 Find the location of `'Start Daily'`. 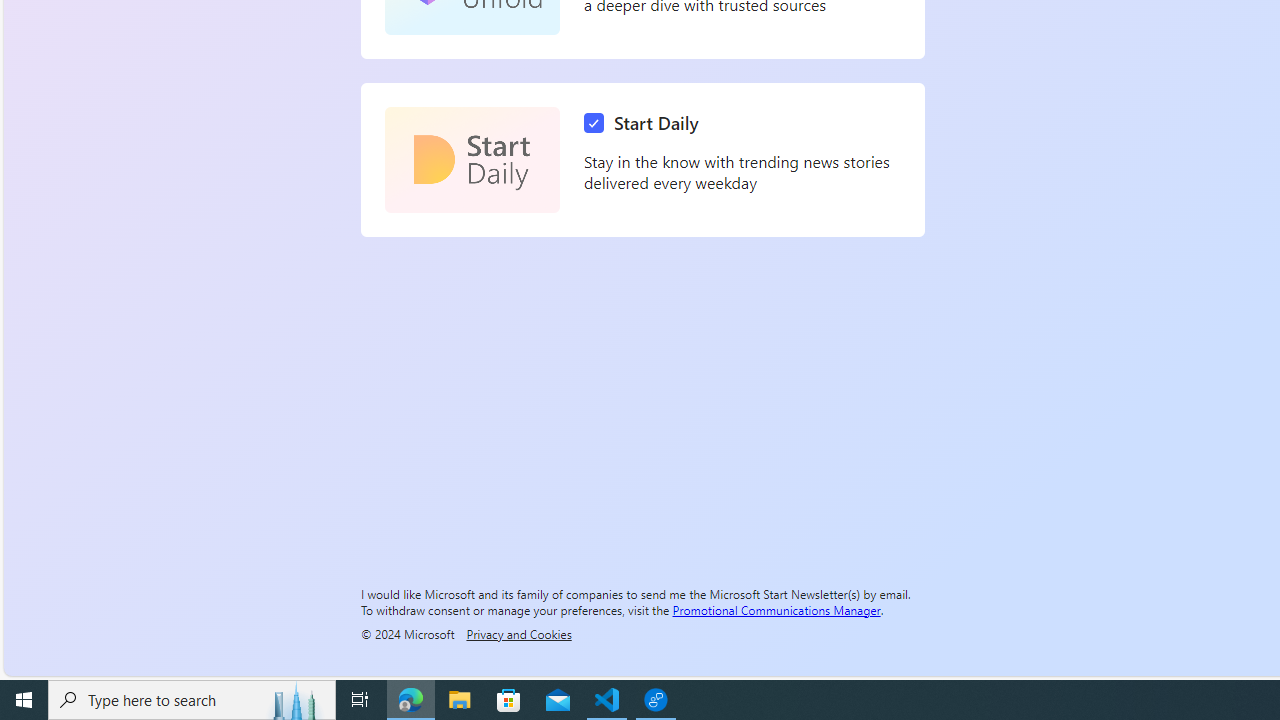

'Start Daily' is located at coordinates (471, 159).